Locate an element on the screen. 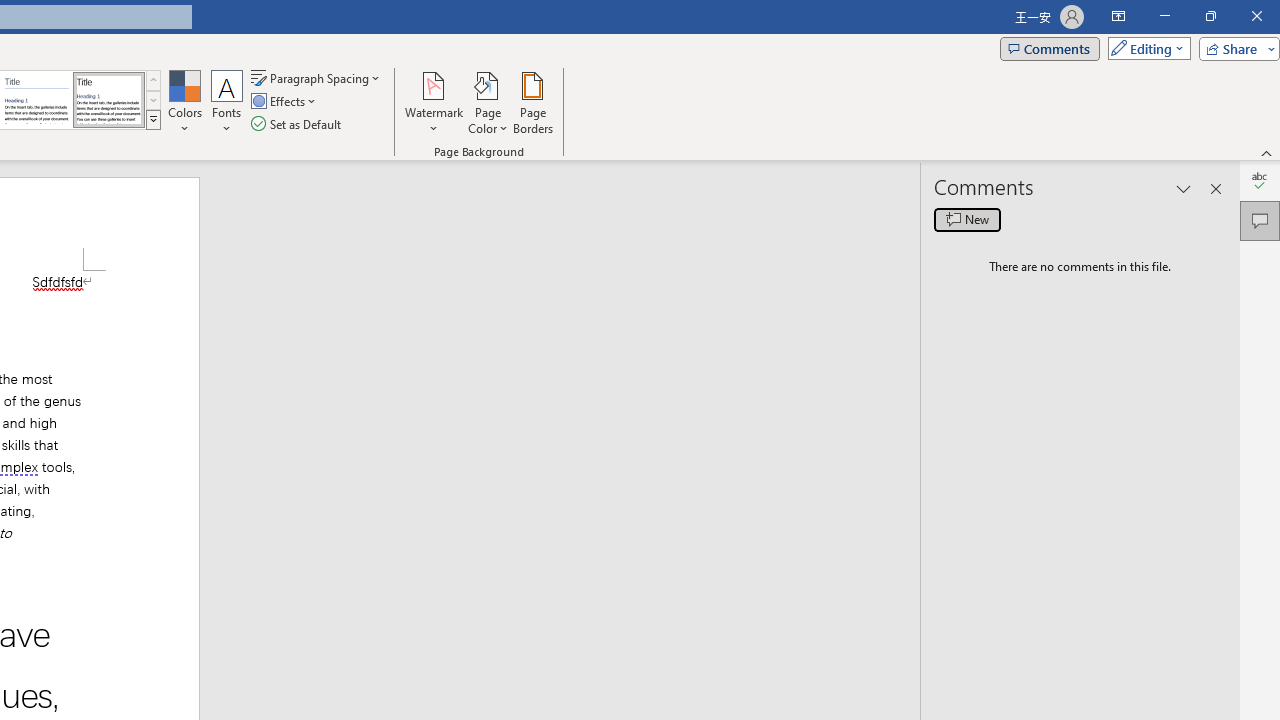 Image resolution: width=1280 pixels, height=720 pixels. 'Set as Default' is located at coordinates (297, 124).